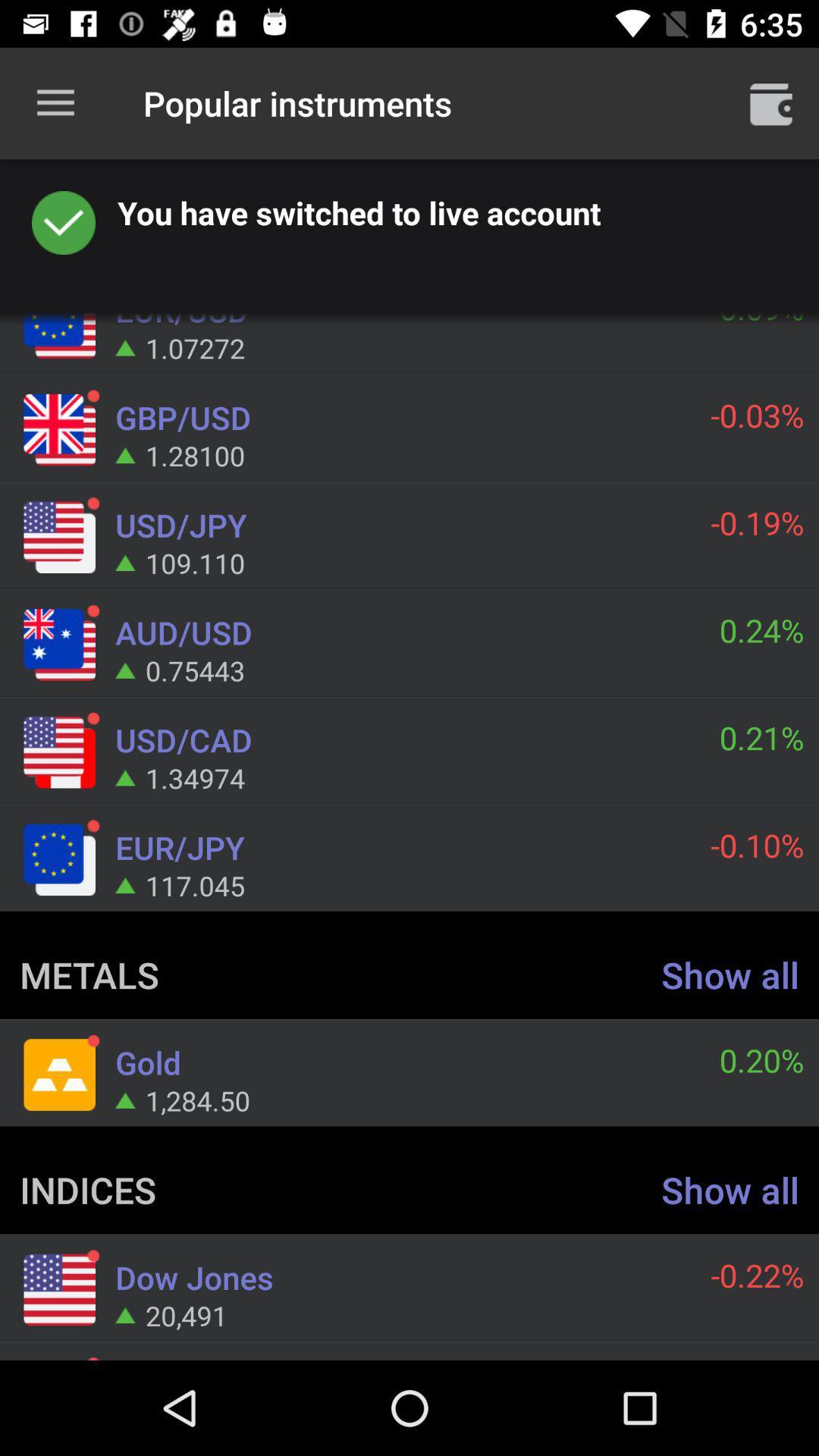 The width and height of the screenshot is (819, 1456). What do you see at coordinates (55, 102) in the screenshot?
I see `item next to popular instruments icon` at bounding box center [55, 102].